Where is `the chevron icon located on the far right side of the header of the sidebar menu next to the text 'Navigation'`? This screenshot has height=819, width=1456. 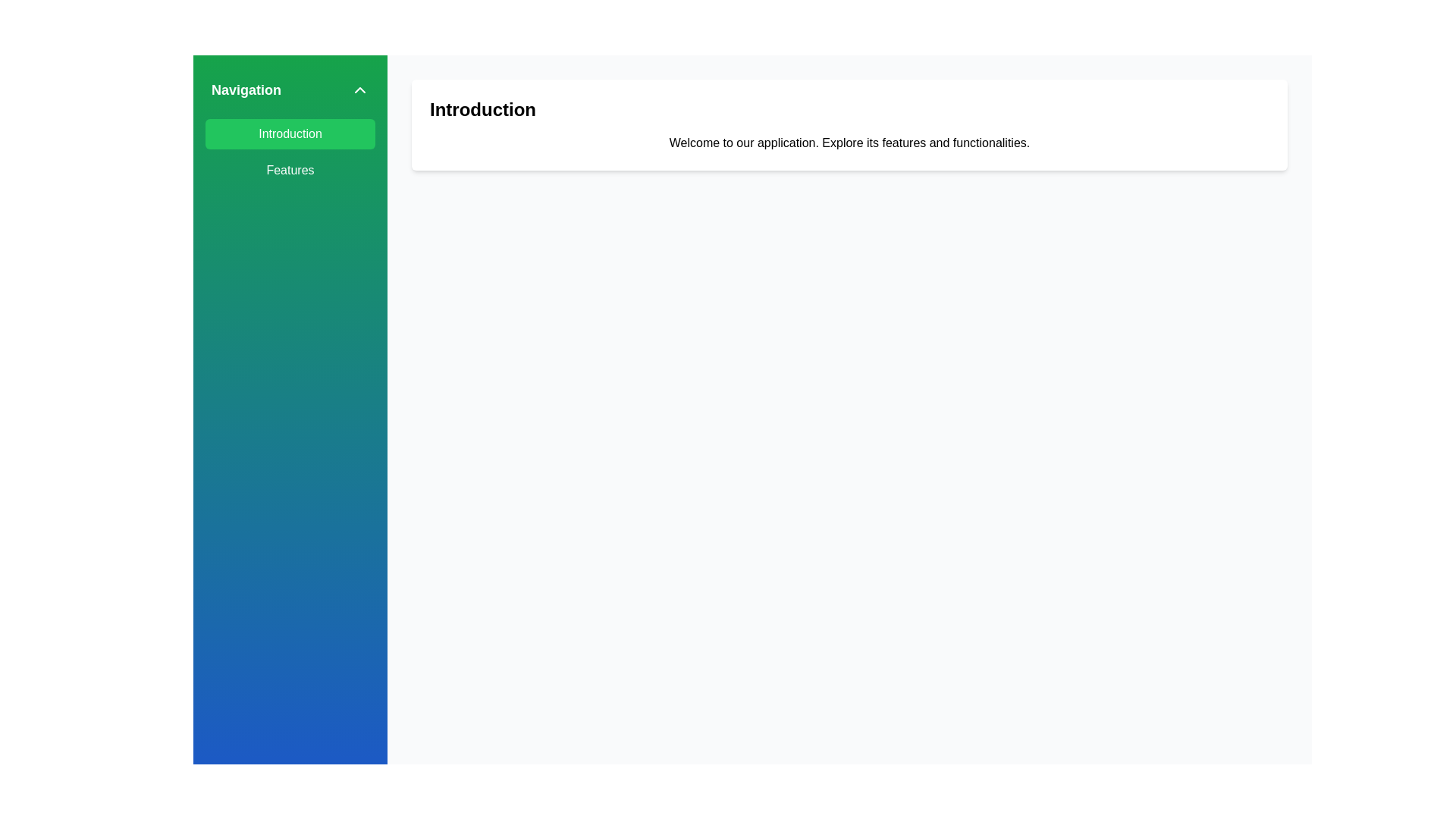
the chevron icon located on the far right side of the header of the sidebar menu next to the text 'Navigation' is located at coordinates (359, 90).